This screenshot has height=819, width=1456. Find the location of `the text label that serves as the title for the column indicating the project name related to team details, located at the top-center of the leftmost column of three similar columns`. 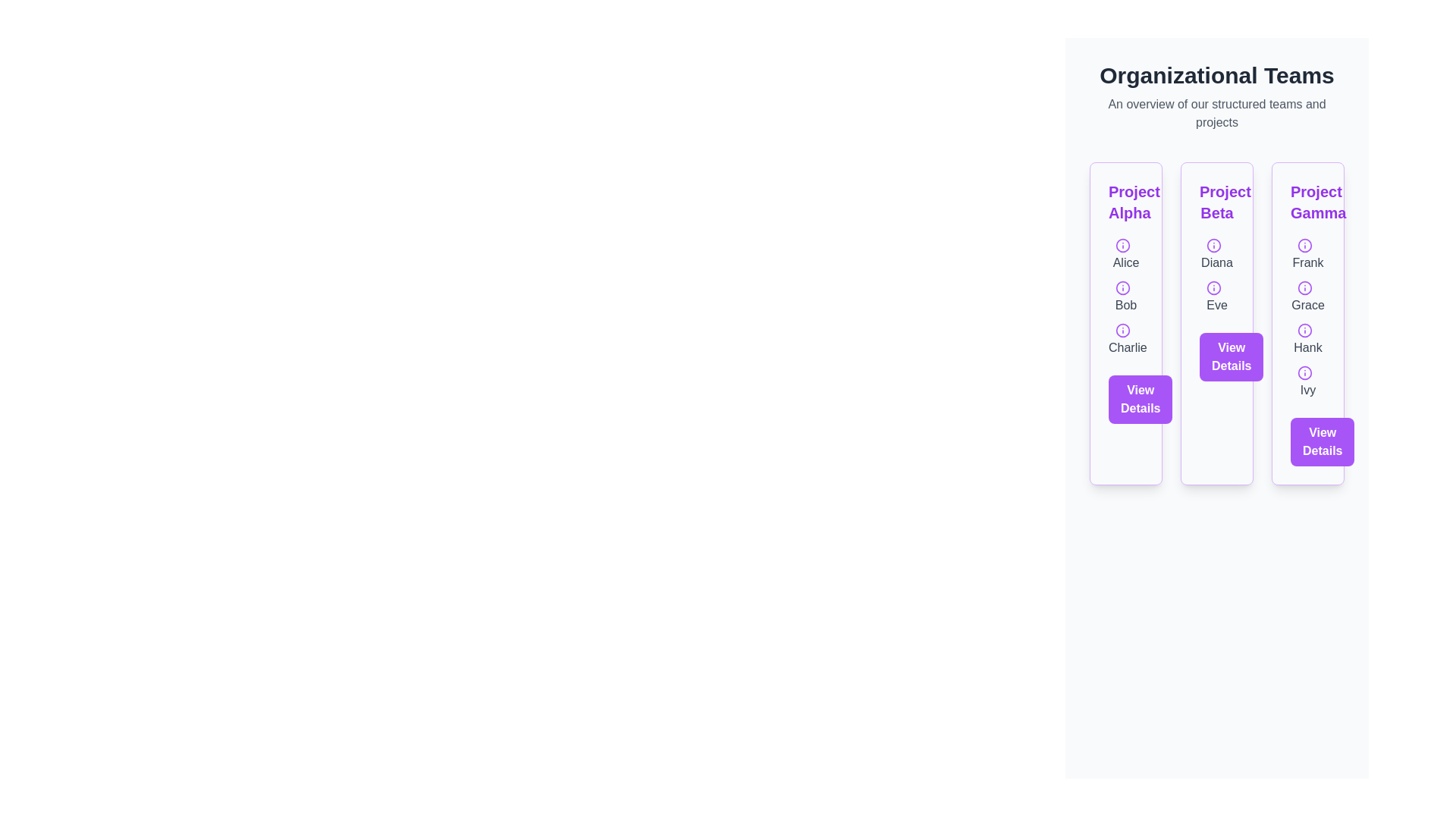

the text label that serves as the title for the column indicating the project name related to team details, located at the top-center of the leftmost column of three similar columns is located at coordinates (1125, 201).